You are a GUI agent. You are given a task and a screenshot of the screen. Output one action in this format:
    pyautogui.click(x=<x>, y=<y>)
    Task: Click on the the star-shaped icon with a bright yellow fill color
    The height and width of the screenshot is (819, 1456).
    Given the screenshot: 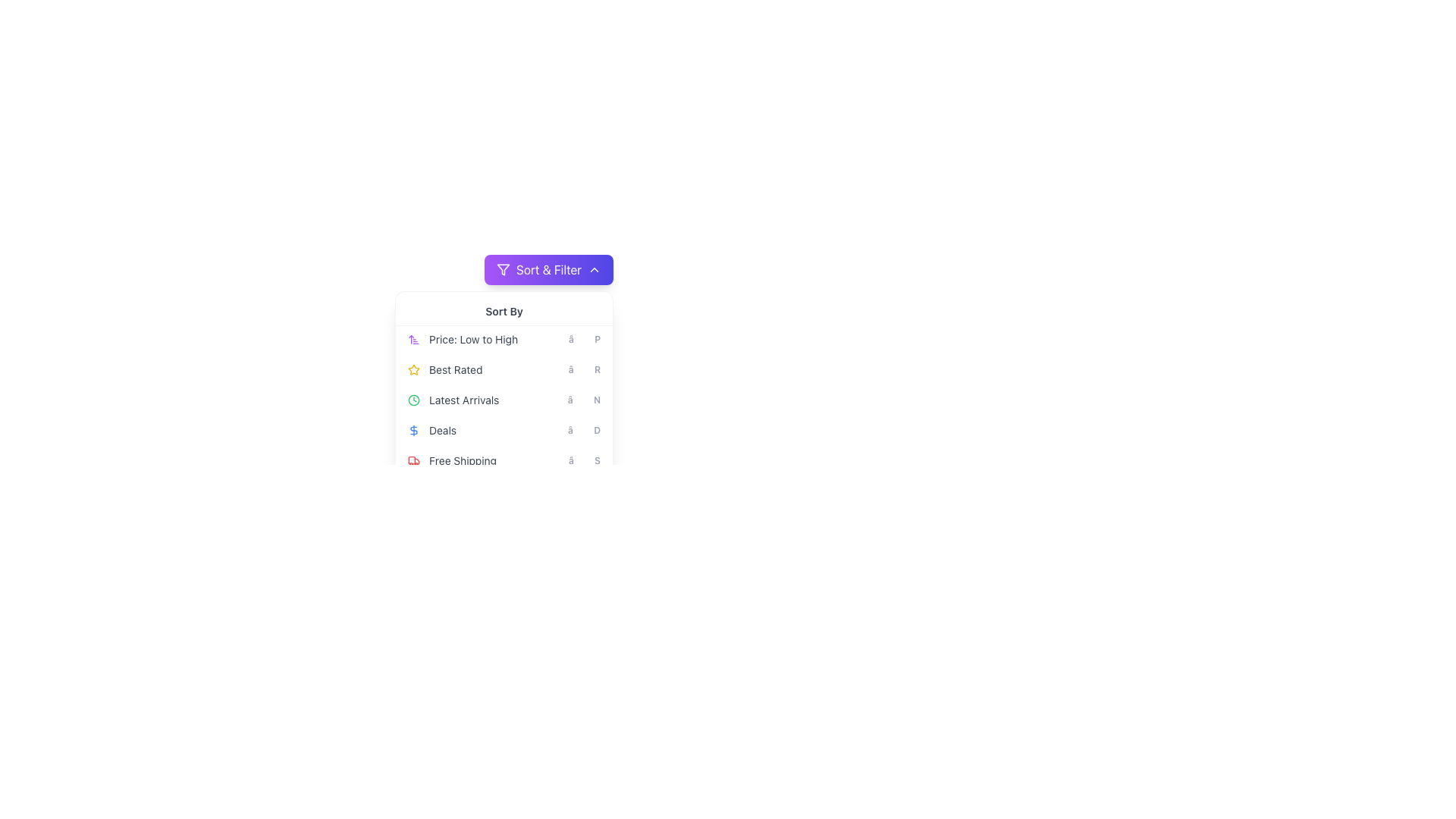 What is the action you would take?
    pyautogui.click(x=414, y=369)
    